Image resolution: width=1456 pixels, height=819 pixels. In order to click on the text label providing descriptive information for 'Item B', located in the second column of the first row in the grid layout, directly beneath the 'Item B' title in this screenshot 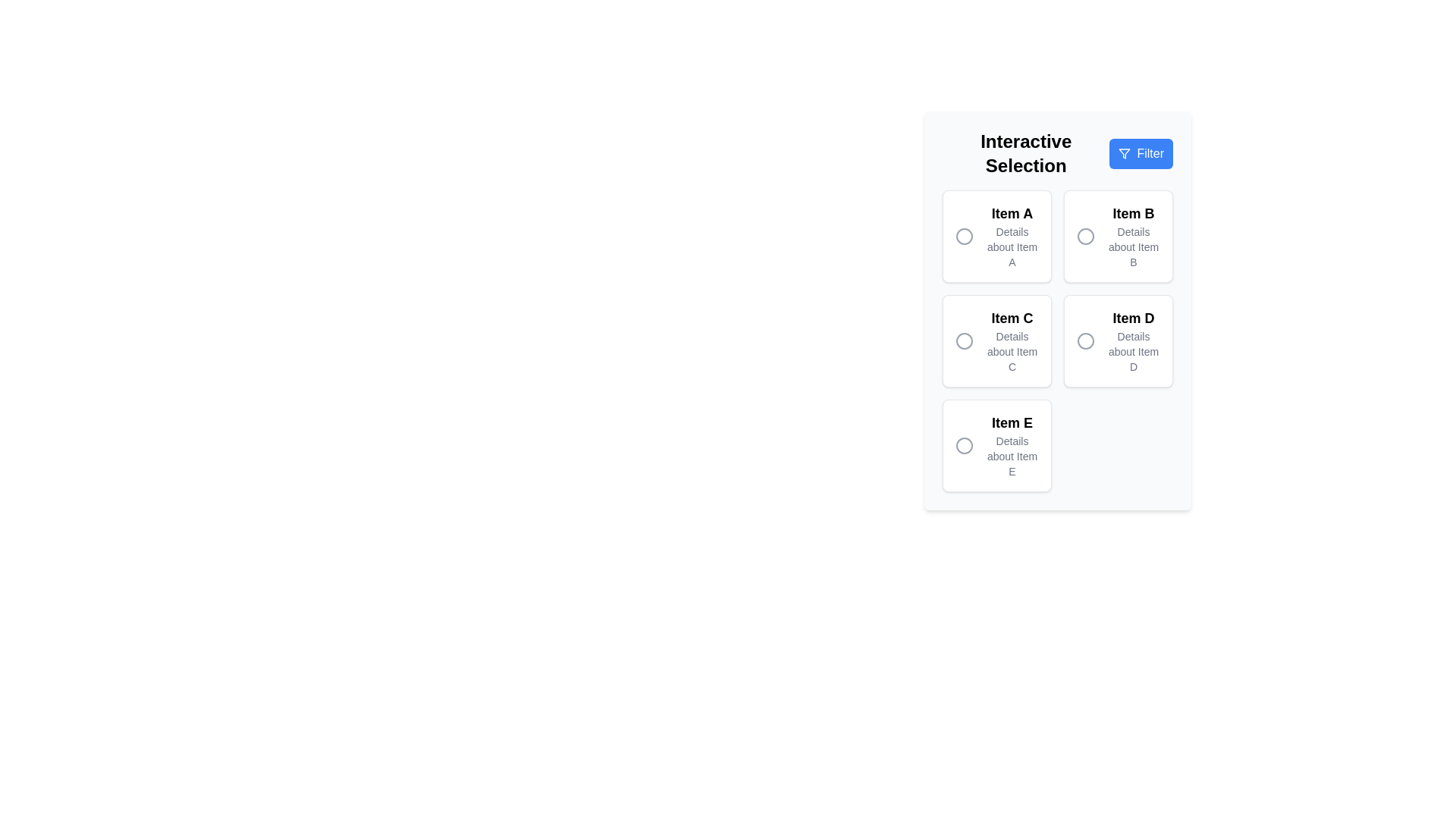, I will do `click(1133, 246)`.